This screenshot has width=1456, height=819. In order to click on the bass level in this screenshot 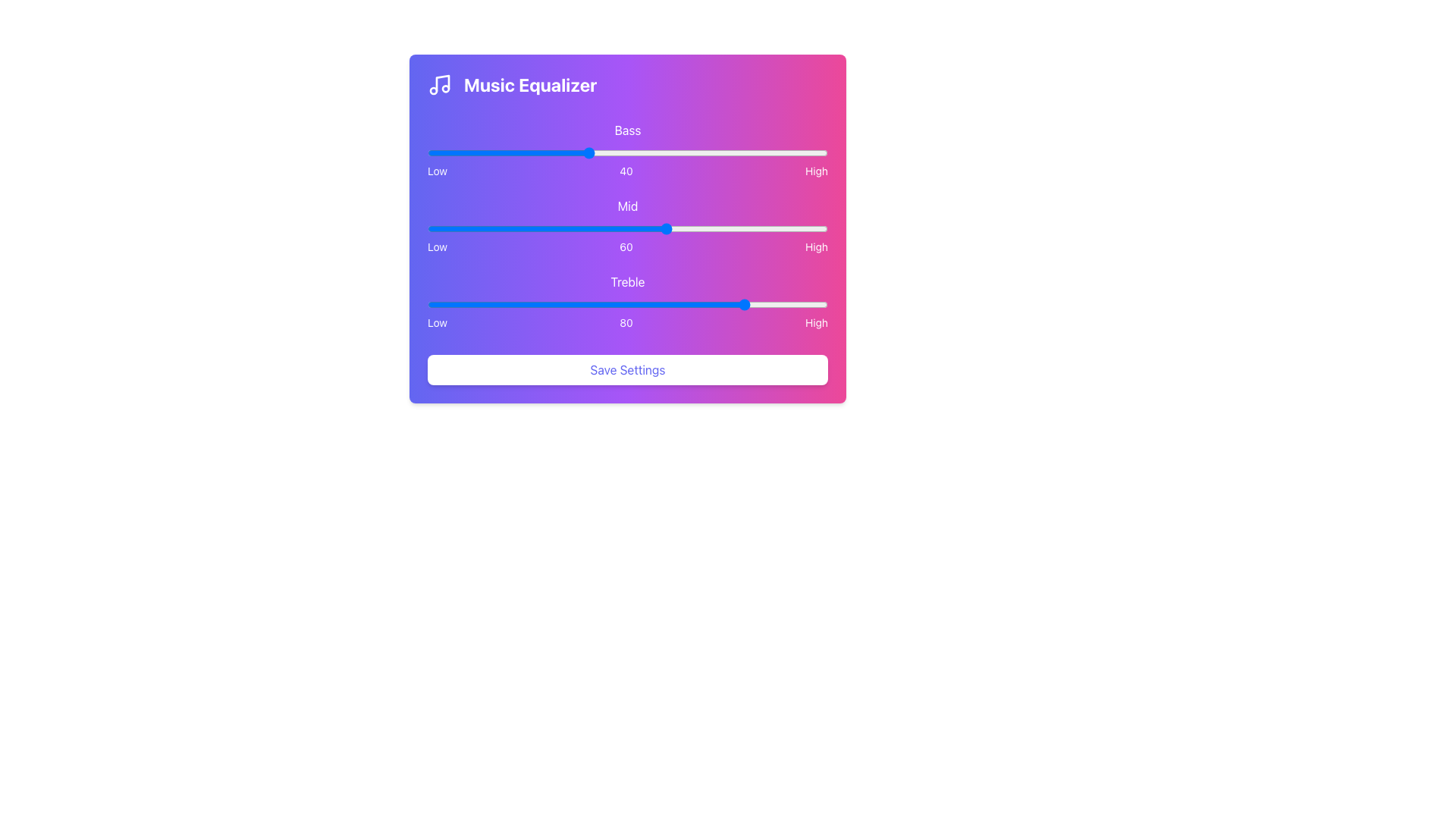, I will do `click(479, 152)`.